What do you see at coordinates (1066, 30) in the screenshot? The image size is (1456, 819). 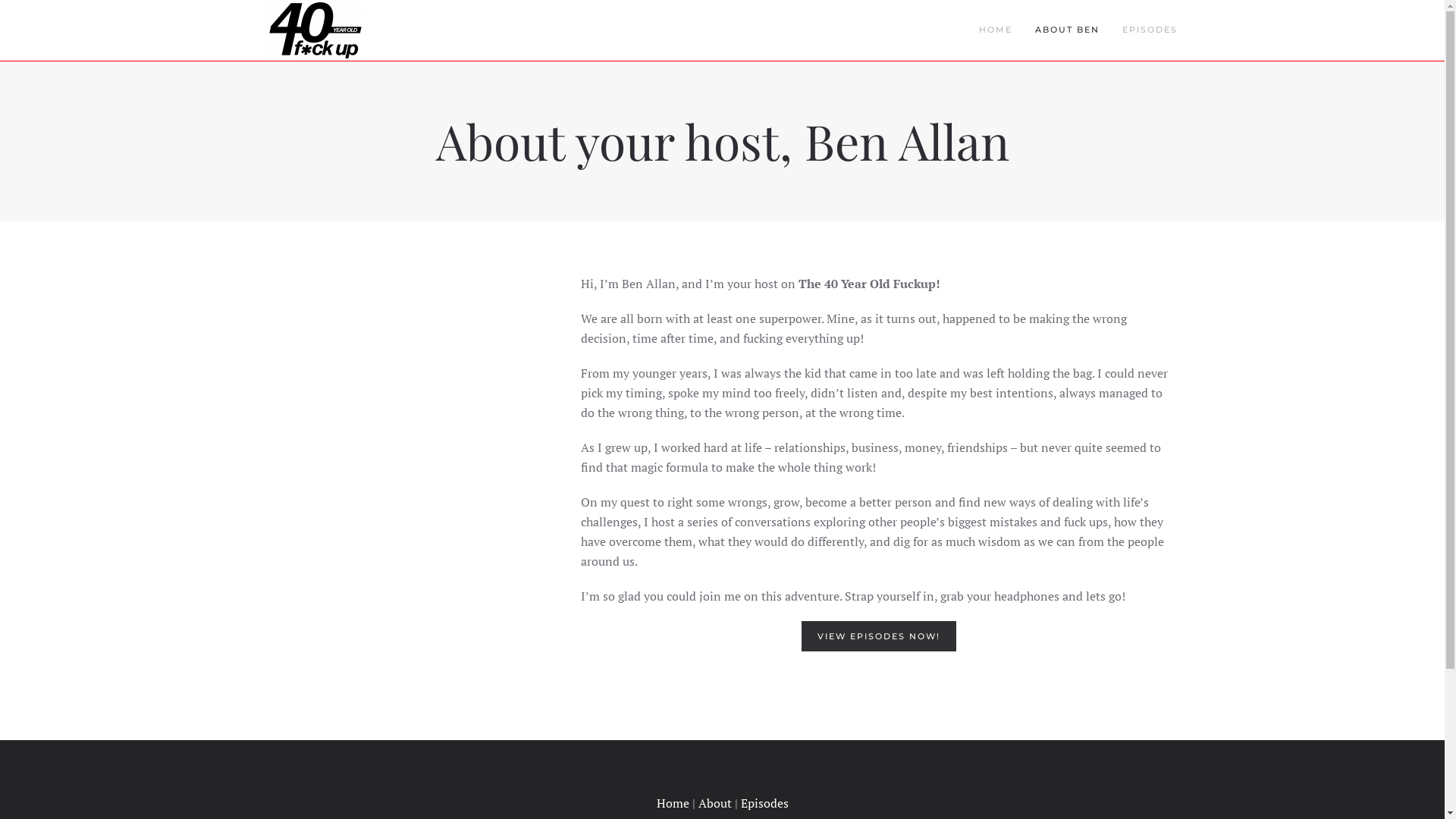 I see `'ABOUT BEN'` at bounding box center [1066, 30].